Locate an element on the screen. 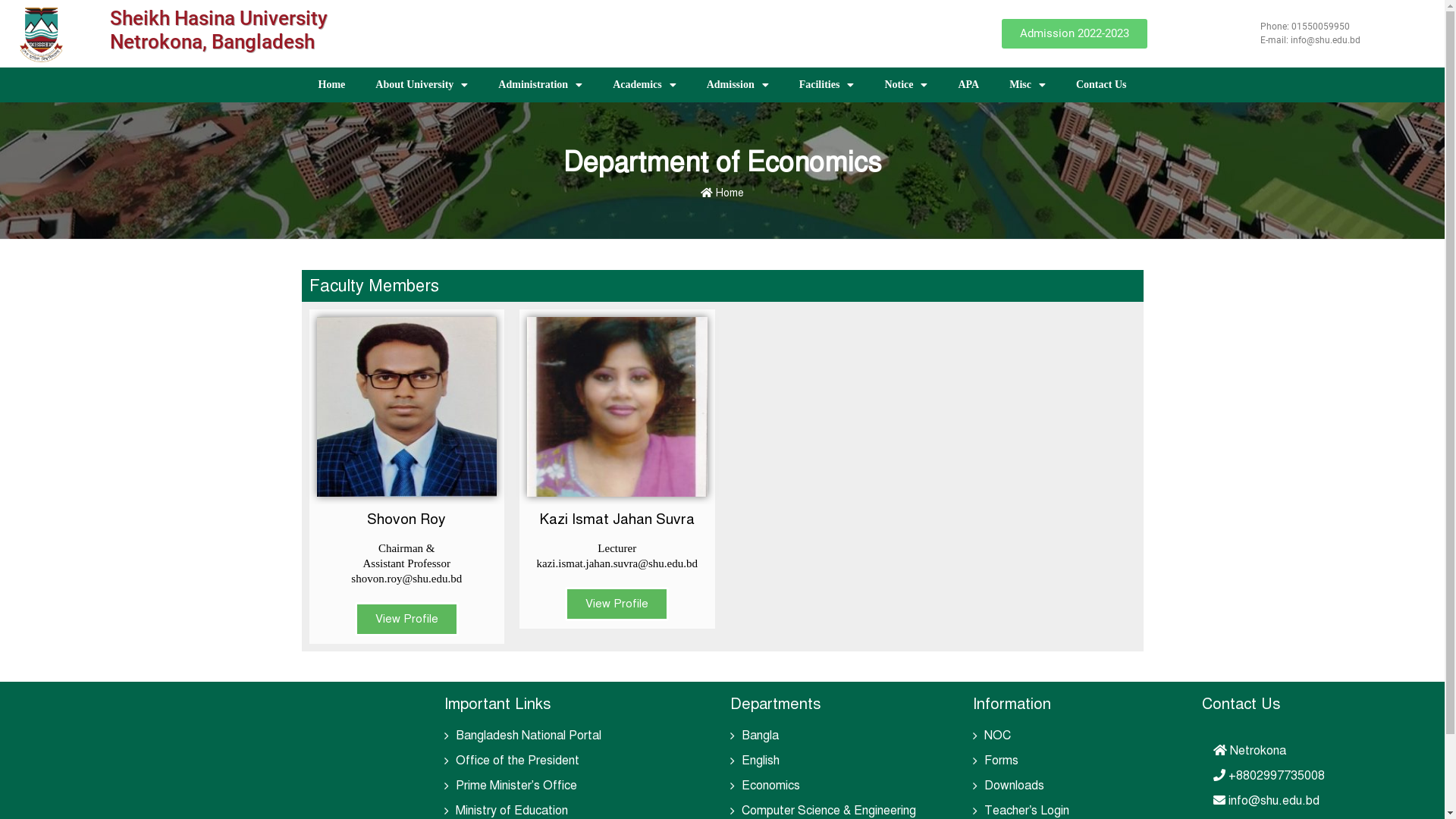 The image size is (1456, 819). 'Kazi Ismat Jahan Shuvra (Eco)' is located at coordinates (617, 406).